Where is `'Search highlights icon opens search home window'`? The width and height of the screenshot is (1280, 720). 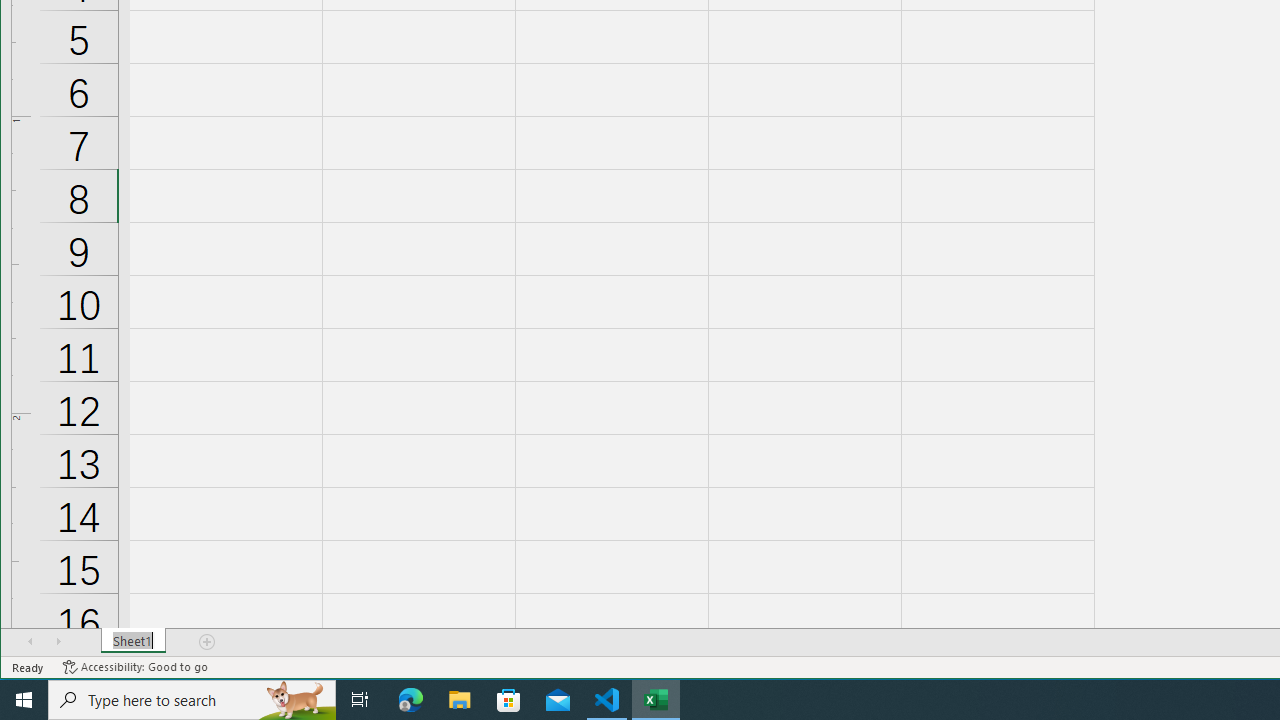
'Search highlights icon opens search home window' is located at coordinates (294, 698).